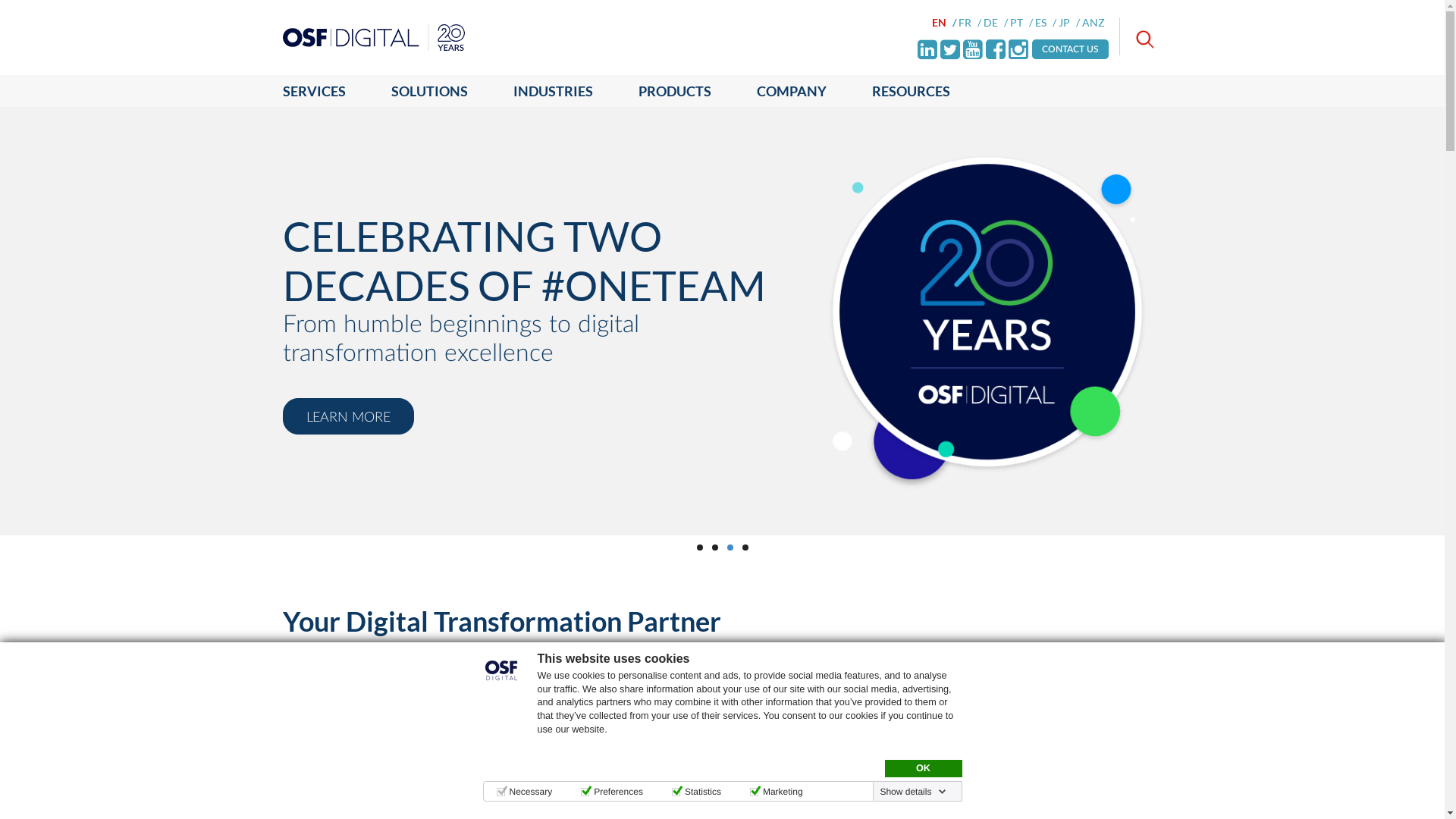  I want to click on 'EN', so click(943, 22).